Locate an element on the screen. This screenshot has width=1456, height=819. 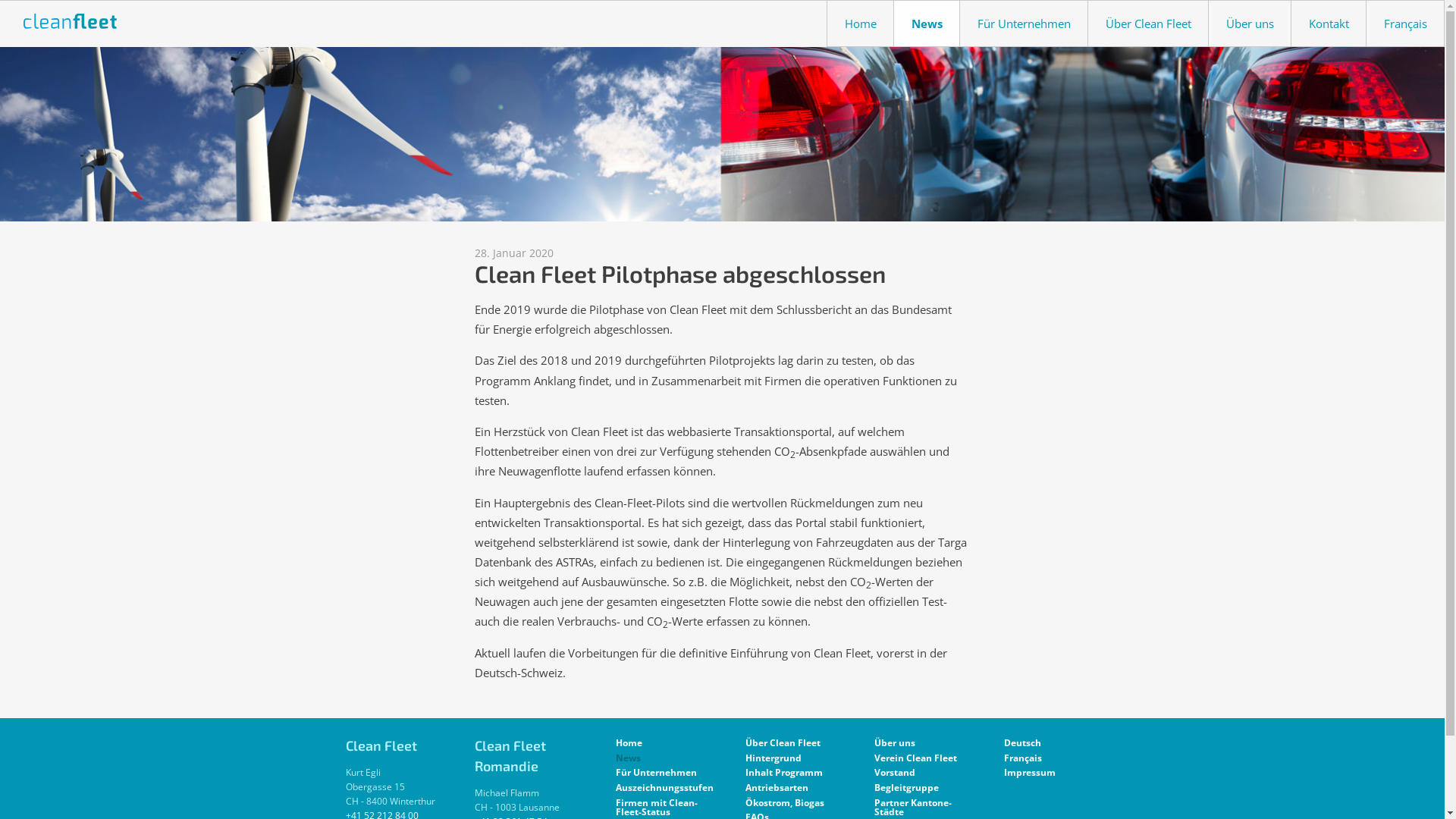
'Deutsch' is located at coordinates (993, 742).